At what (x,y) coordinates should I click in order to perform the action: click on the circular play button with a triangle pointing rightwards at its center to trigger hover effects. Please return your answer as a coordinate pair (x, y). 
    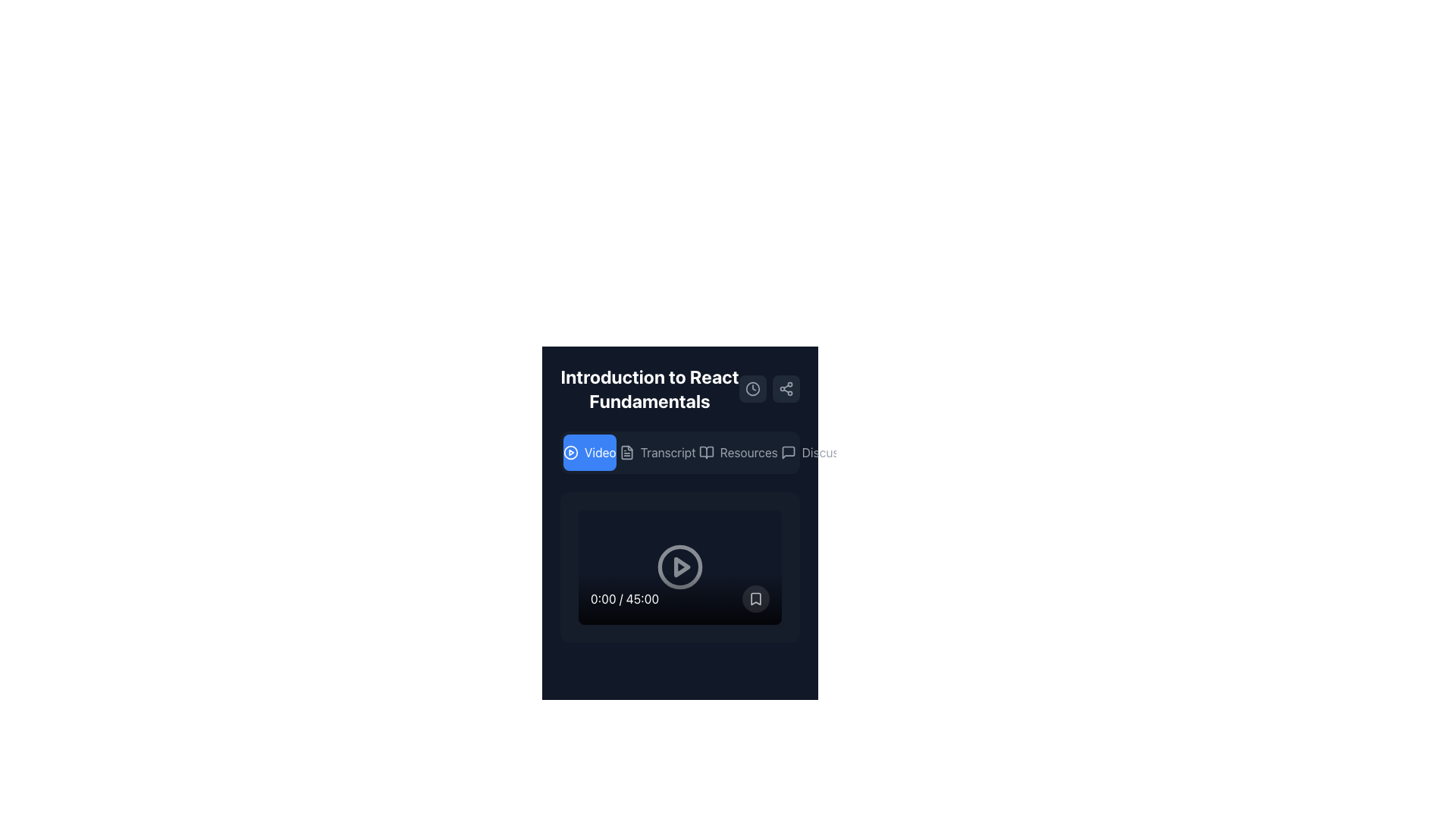
    Looking at the image, I should click on (679, 567).